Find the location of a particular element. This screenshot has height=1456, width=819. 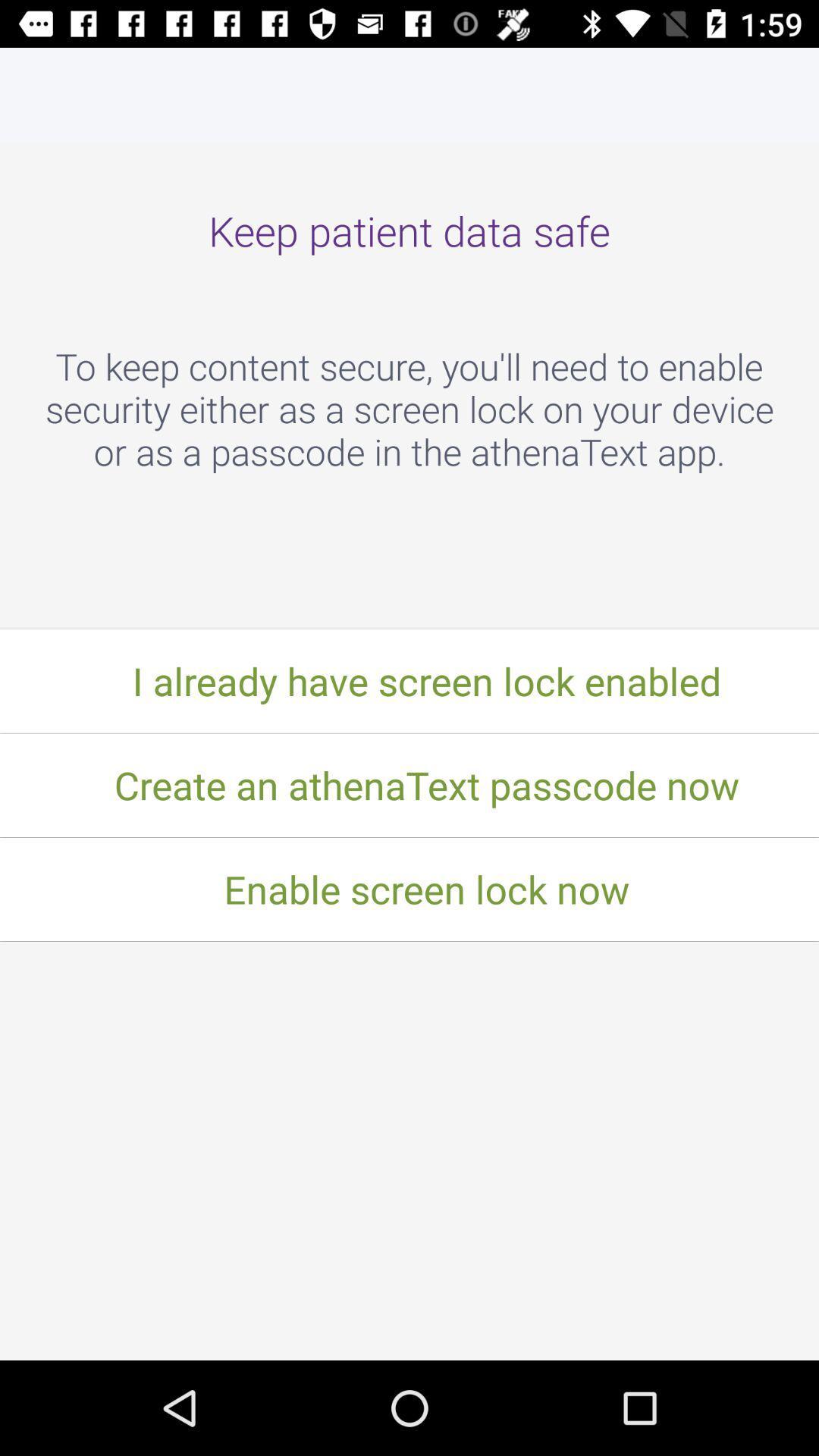

icon below to keep content is located at coordinates (409, 680).